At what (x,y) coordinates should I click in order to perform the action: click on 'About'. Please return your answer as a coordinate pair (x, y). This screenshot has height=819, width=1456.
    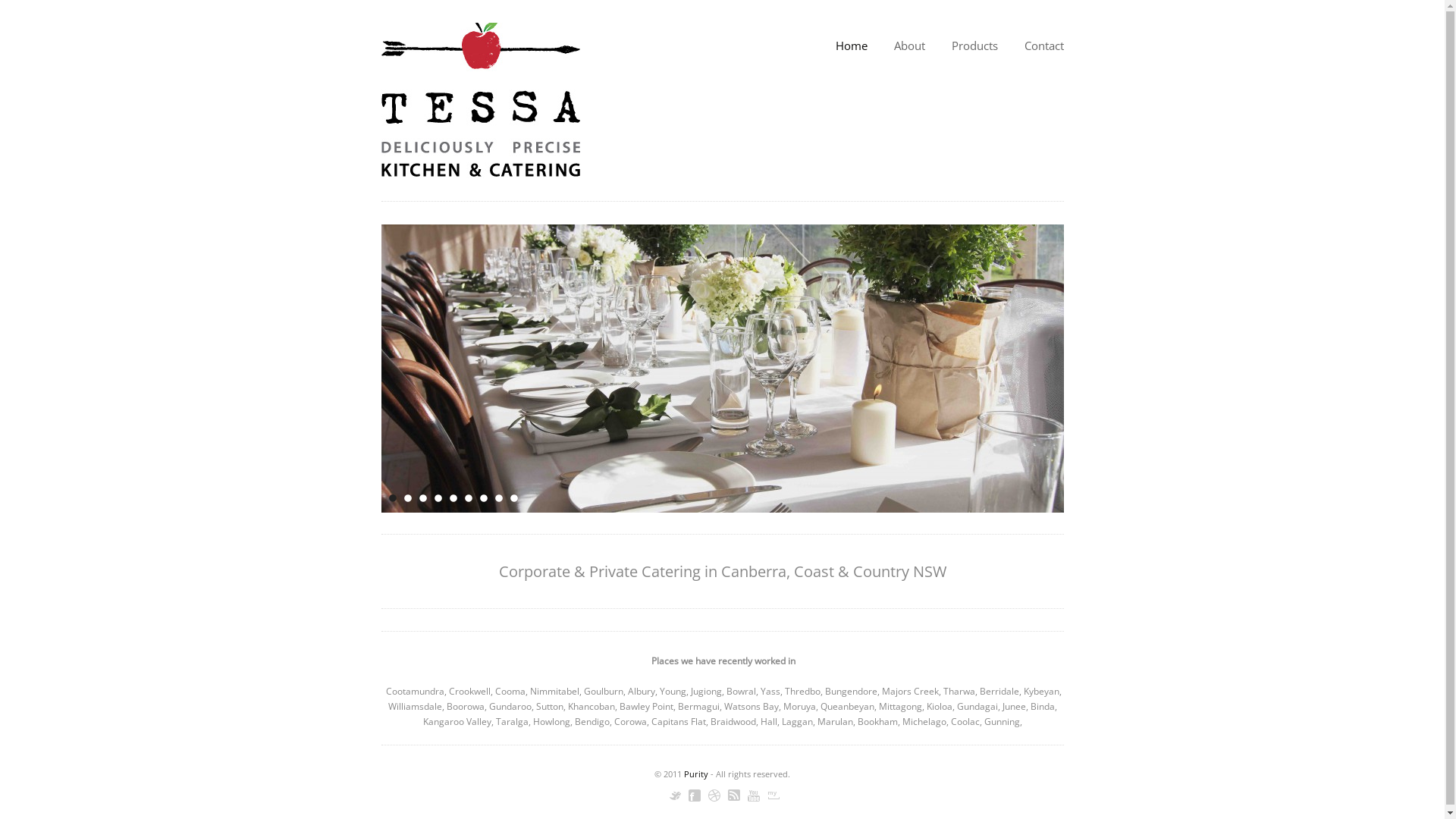
    Looking at the image, I should click on (908, 45).